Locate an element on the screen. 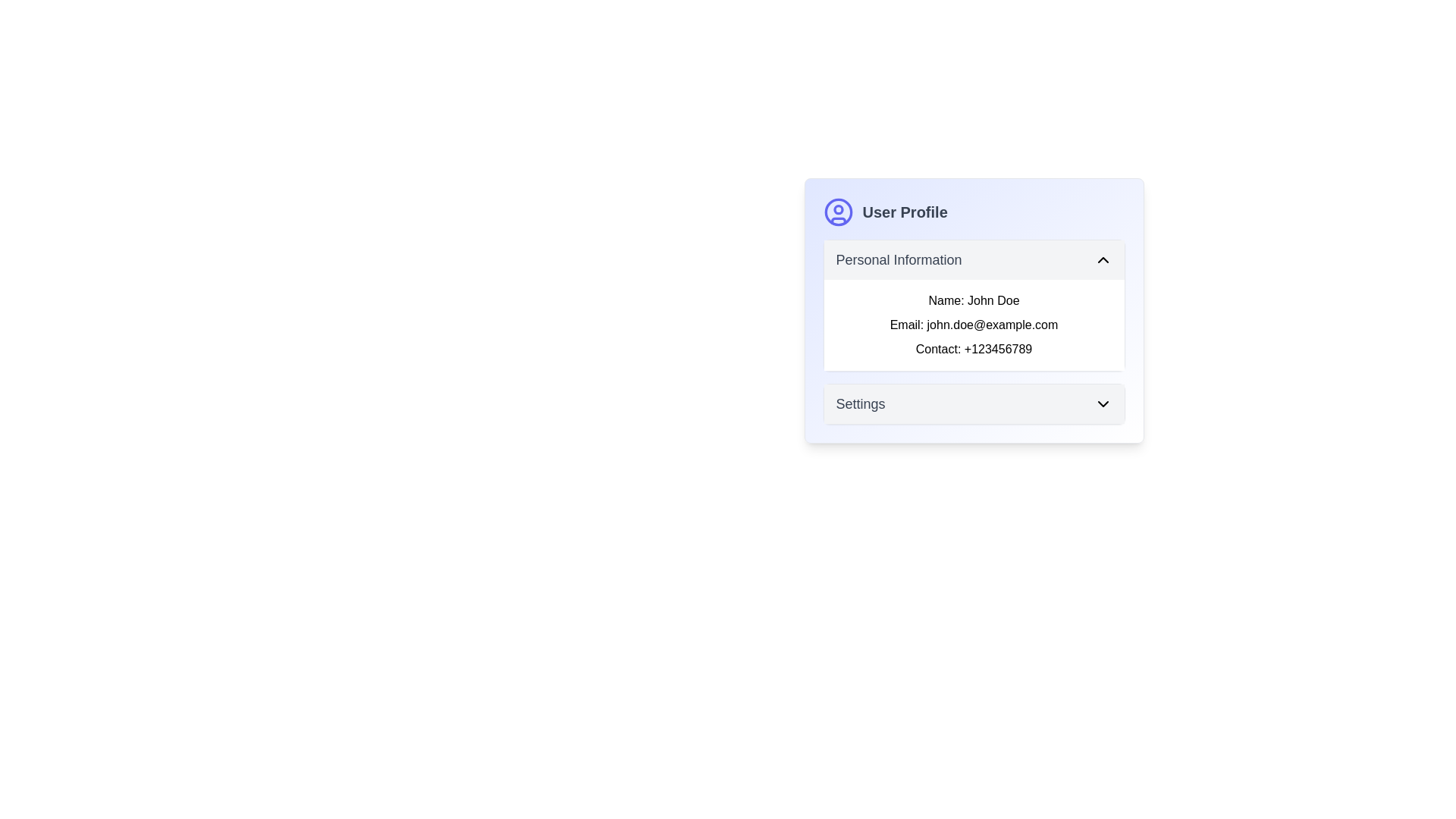  the downward-pointing chevron toggle icon located at the top right corner of the 'Personal Information' section to visually highlight it is located at coordinates (1103, 259).